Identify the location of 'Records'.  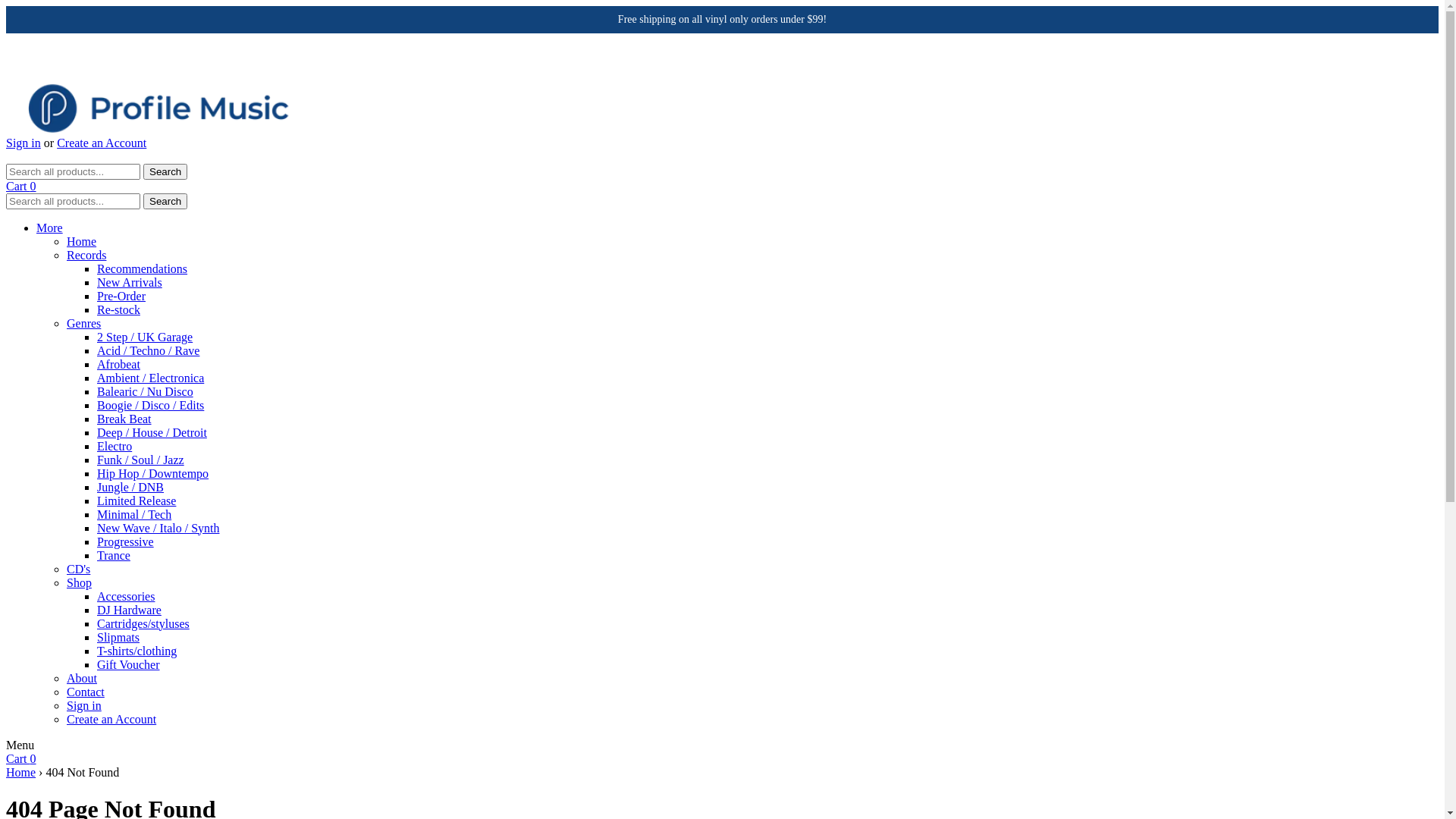
(86, 254).